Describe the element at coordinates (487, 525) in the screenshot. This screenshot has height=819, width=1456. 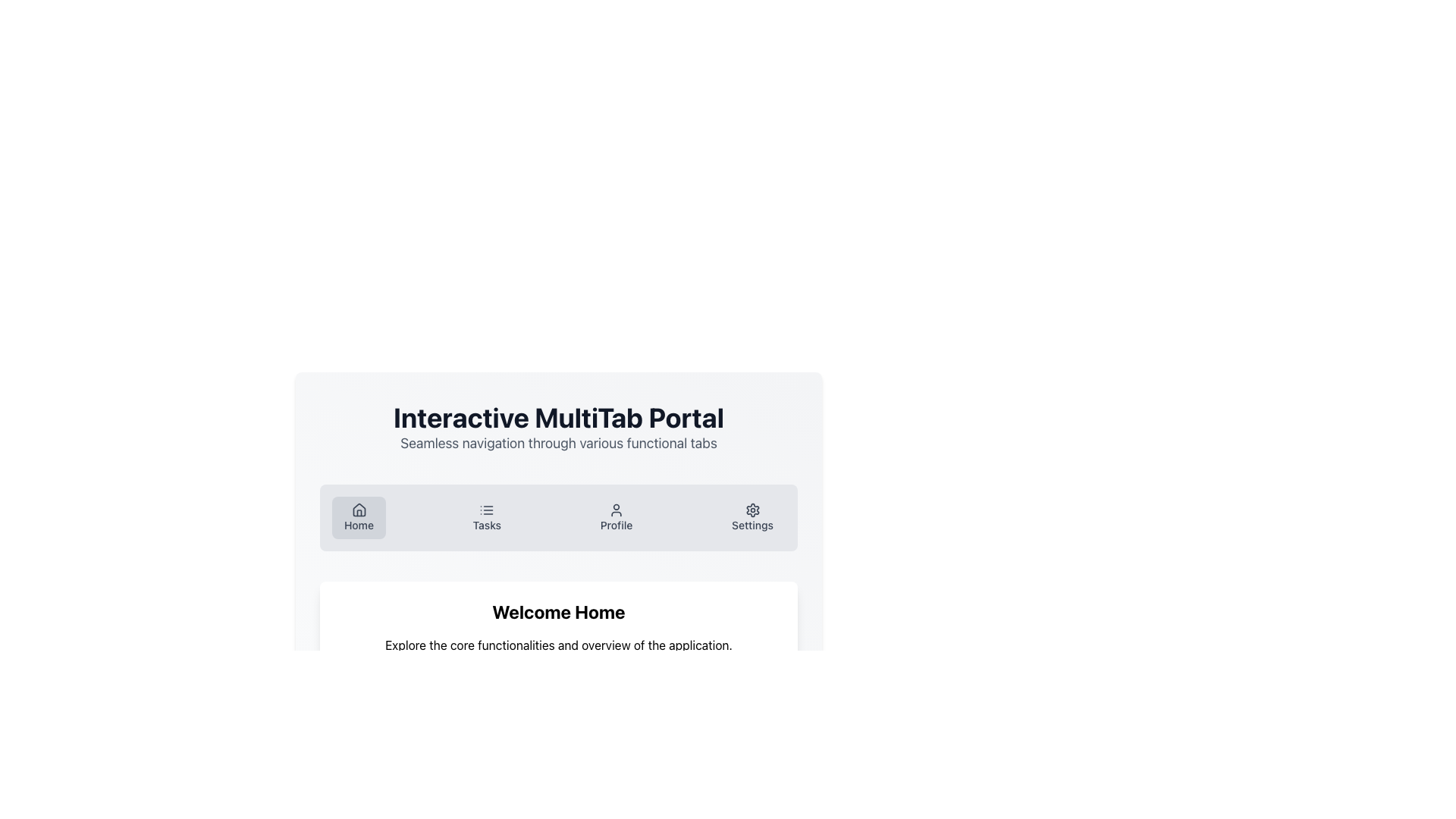
I see `the Text Label located in the second item of the horizontal navigation menu` at that location.